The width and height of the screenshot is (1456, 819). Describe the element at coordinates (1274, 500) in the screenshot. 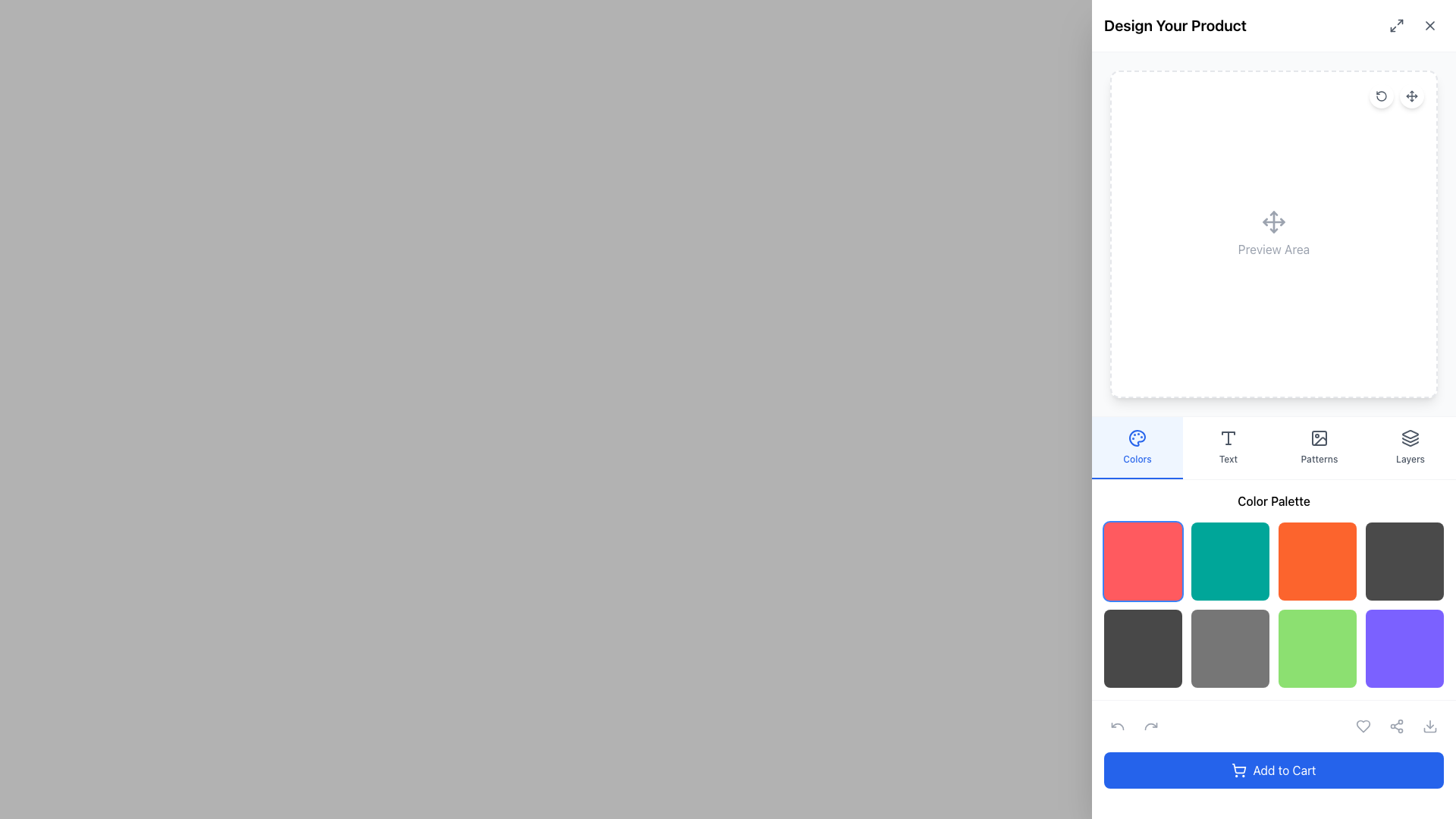

I see `the text label that serves as a header for the color palette section, located at the top center of the right panel interface` at that location.